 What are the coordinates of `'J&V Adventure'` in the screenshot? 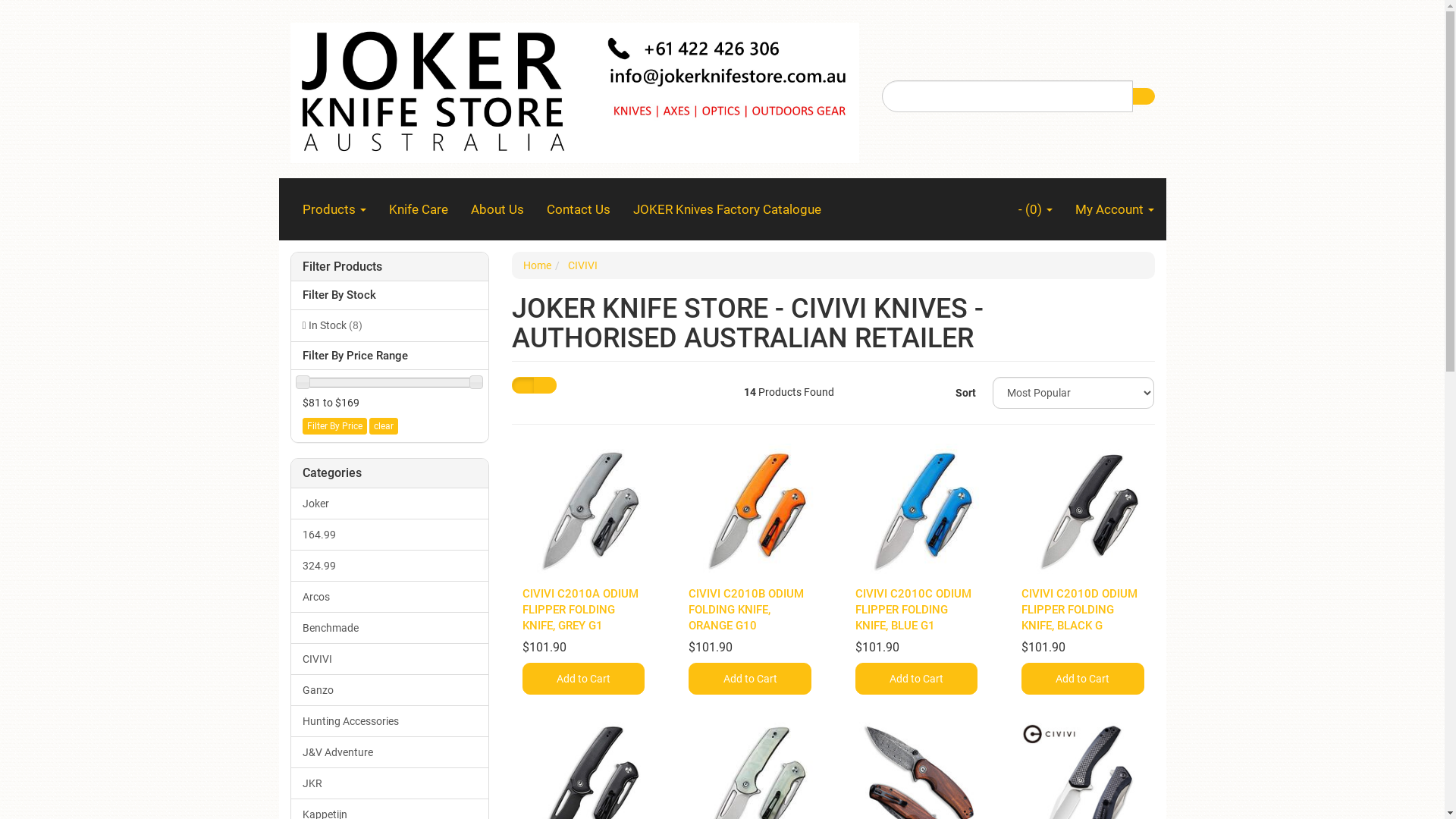 It's located at (390, 752).